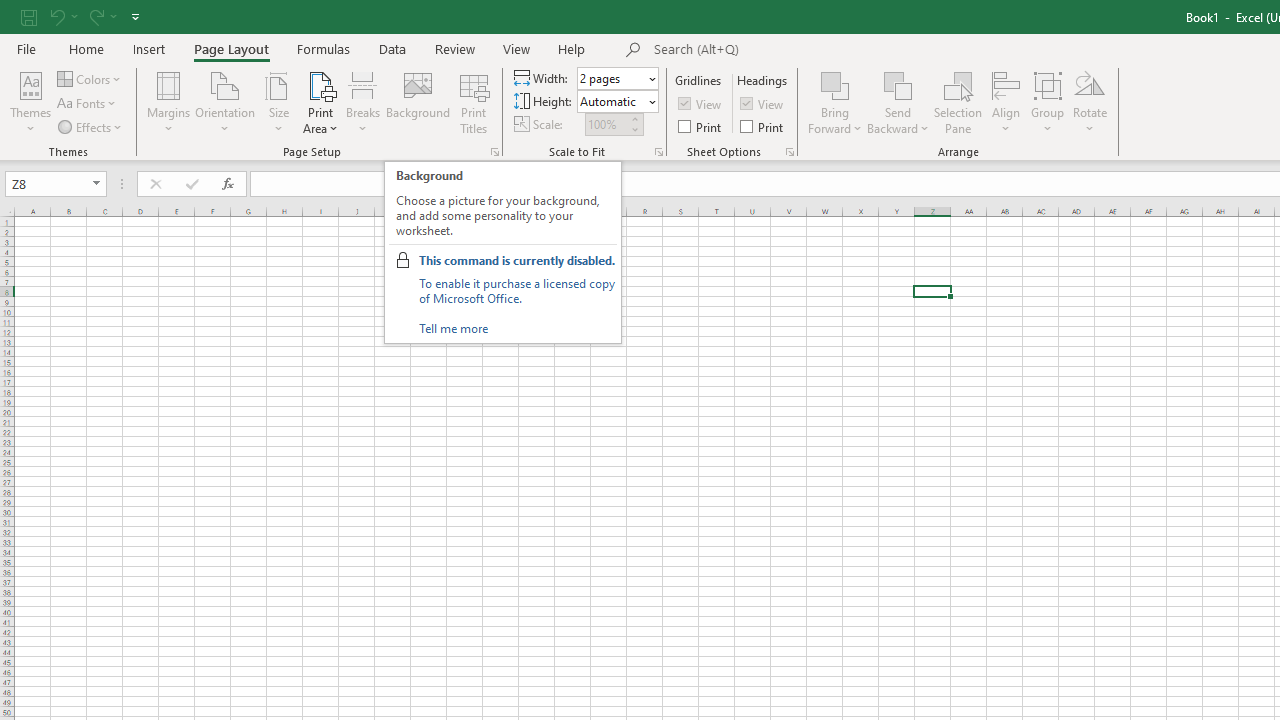 Image resolution: width=1280 pixels, height=720 pixels. I want to click on 'Selection Pane...', so click(957, 103).